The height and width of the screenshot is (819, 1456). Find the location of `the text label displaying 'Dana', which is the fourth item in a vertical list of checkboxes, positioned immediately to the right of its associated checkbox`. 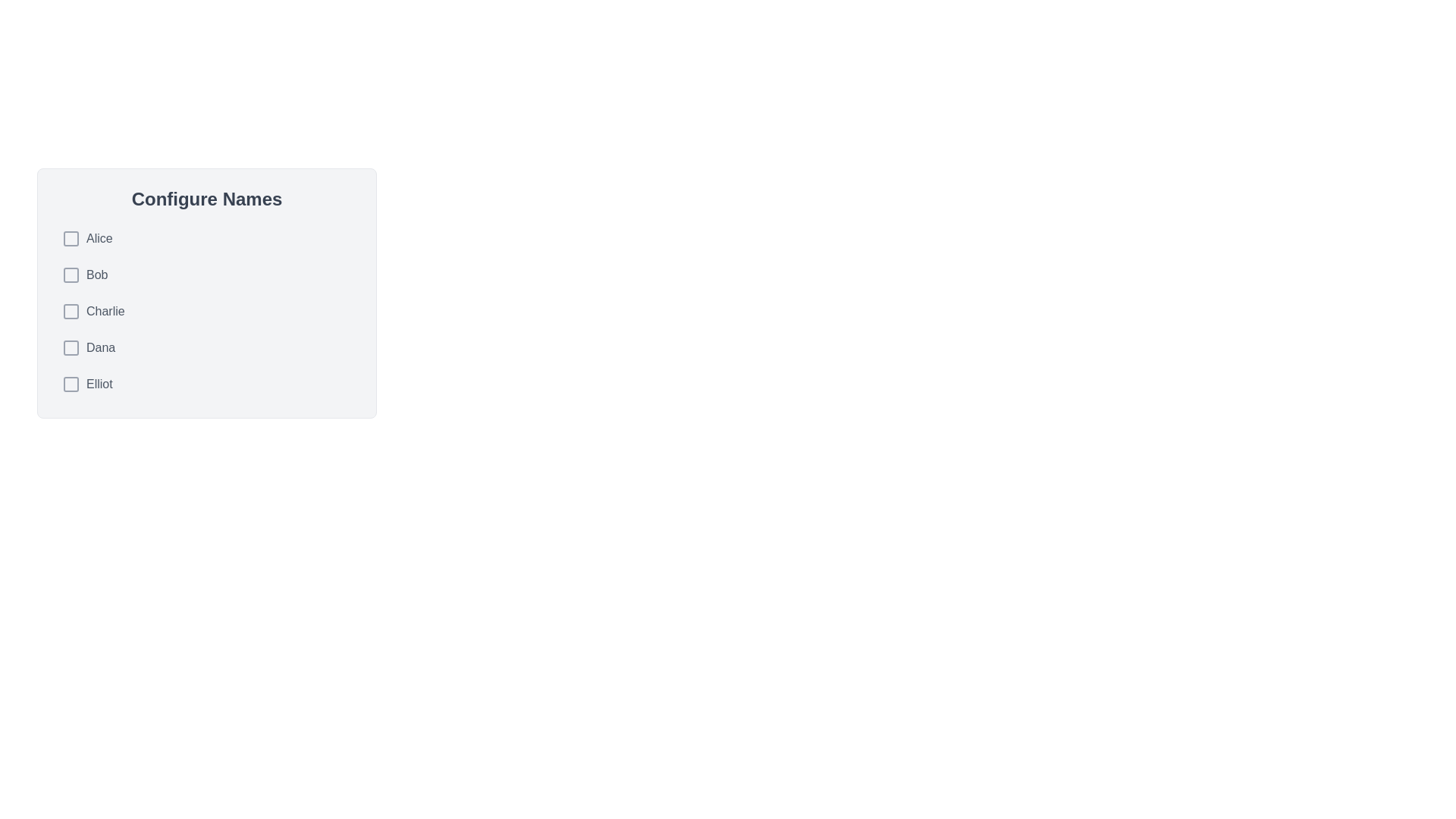

the text label displaying 'Dana', which is the fourth item in a vertical list of checkboxes, positioned immediately to the right of its associated checkbox is located at coordinates (100, 348).